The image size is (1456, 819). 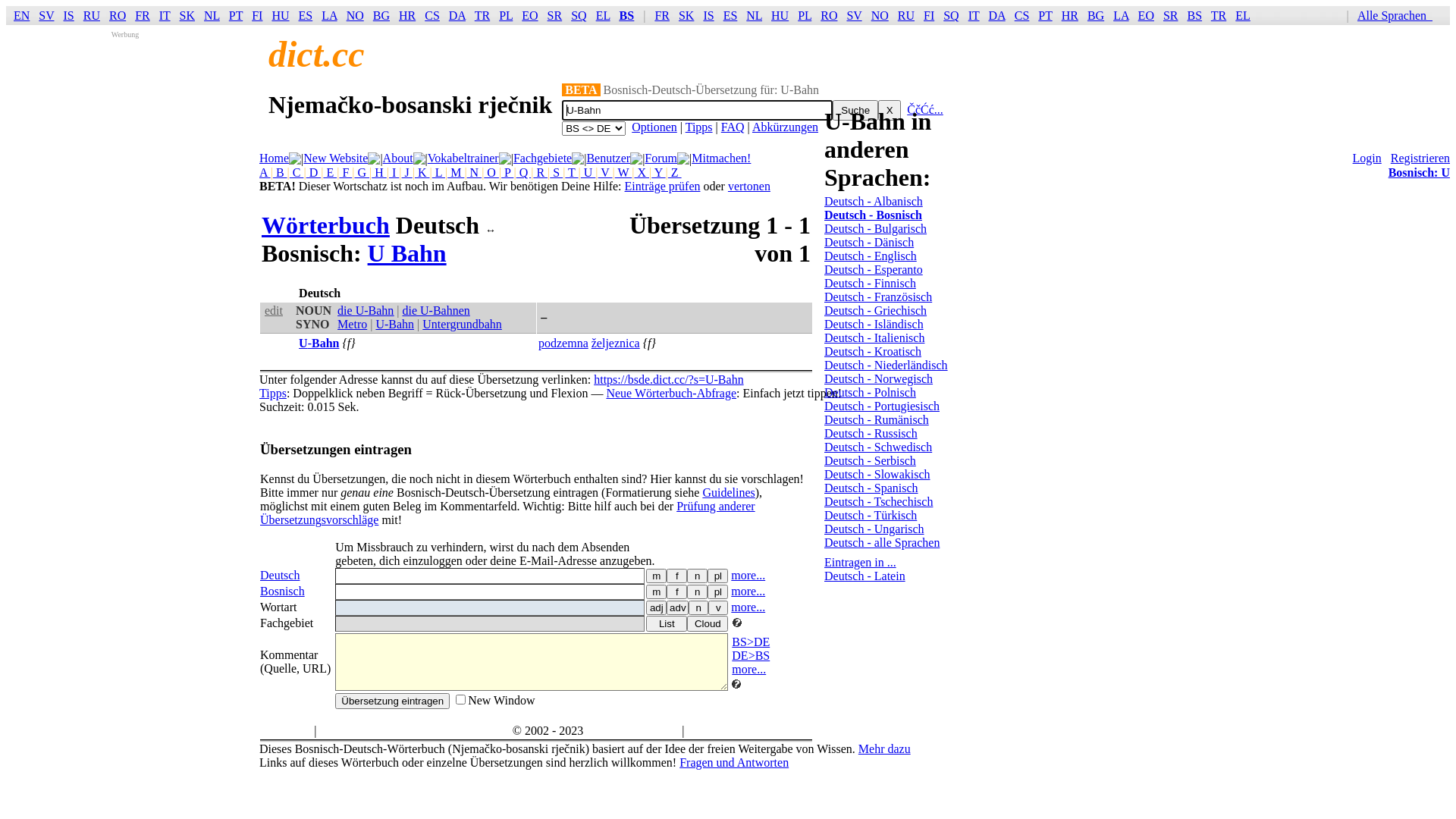 What do you see at coordinates (698, 607) in the screenshot?
I see `'n'` at bounding box center [698, 607].